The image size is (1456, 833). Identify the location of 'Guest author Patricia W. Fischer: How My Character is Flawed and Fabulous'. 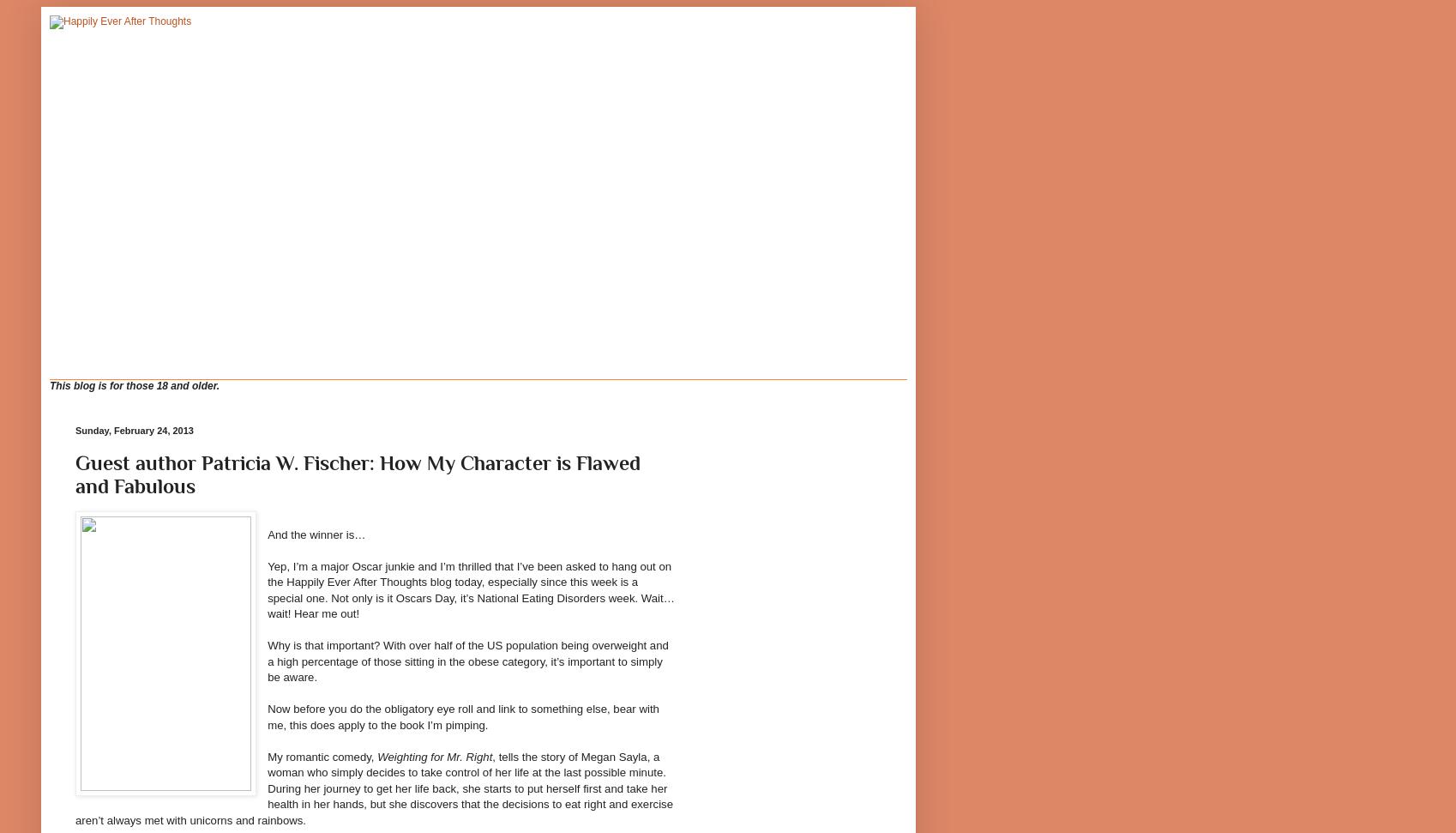
(74, 474).